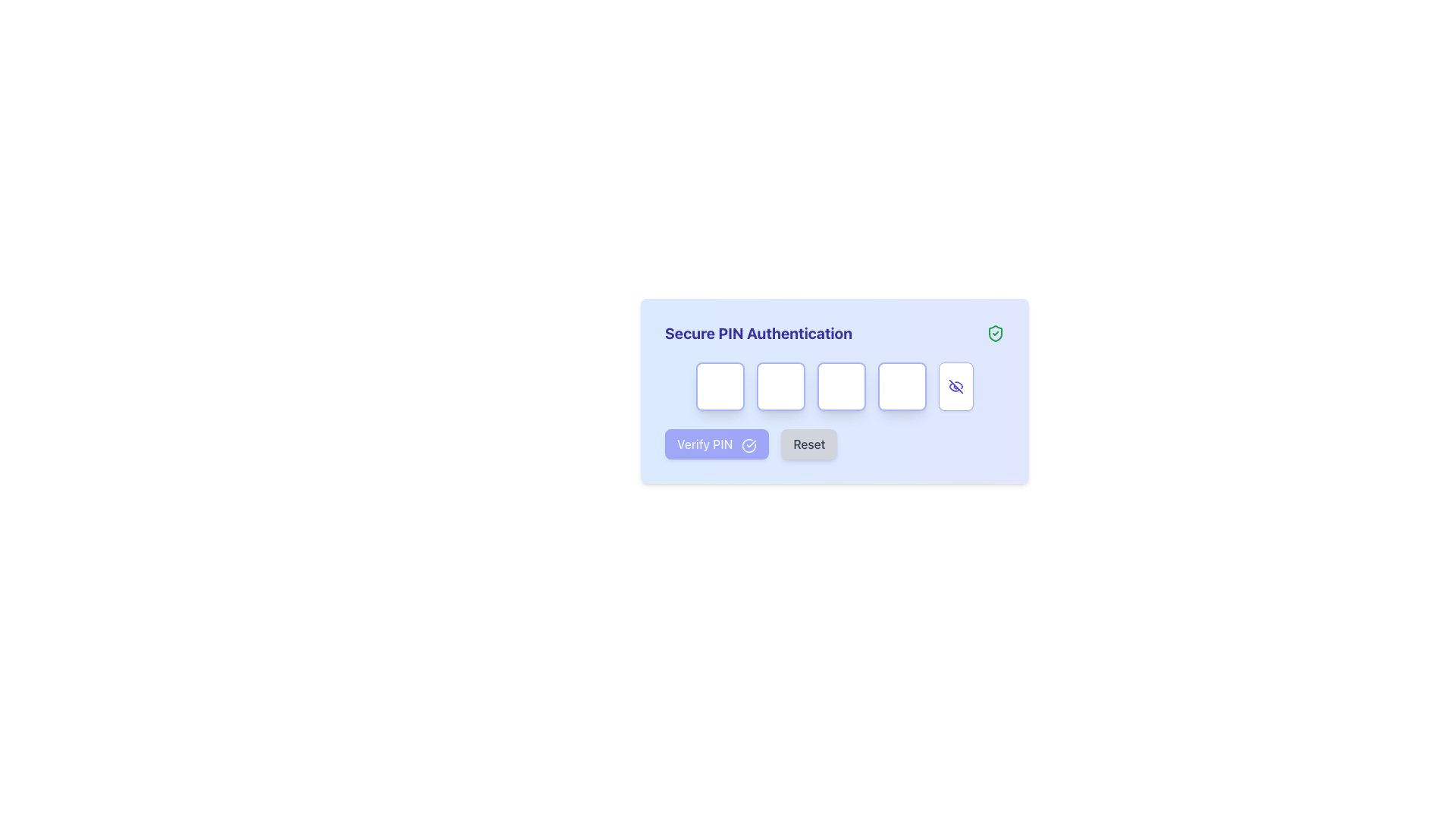 Image resolution: width=1456 pixels, height=819 pixels. Describe the element at coordinates (955, 385) in the screenshot. I see `the visibility toggle icon in the bottom-right section of the main interface` at that location.